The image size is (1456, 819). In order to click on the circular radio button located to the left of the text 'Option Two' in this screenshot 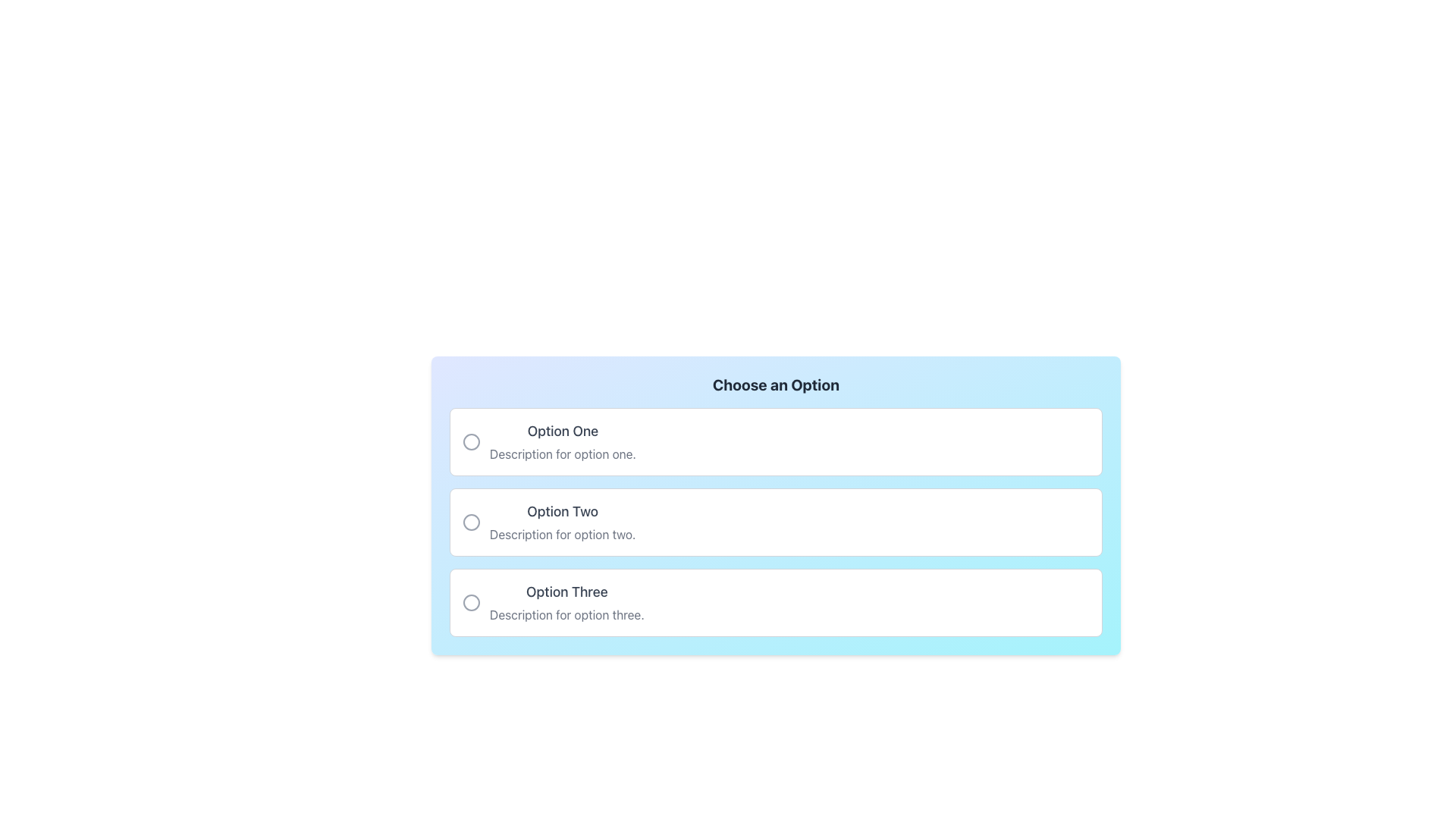, I will do `click(471, 522)`.